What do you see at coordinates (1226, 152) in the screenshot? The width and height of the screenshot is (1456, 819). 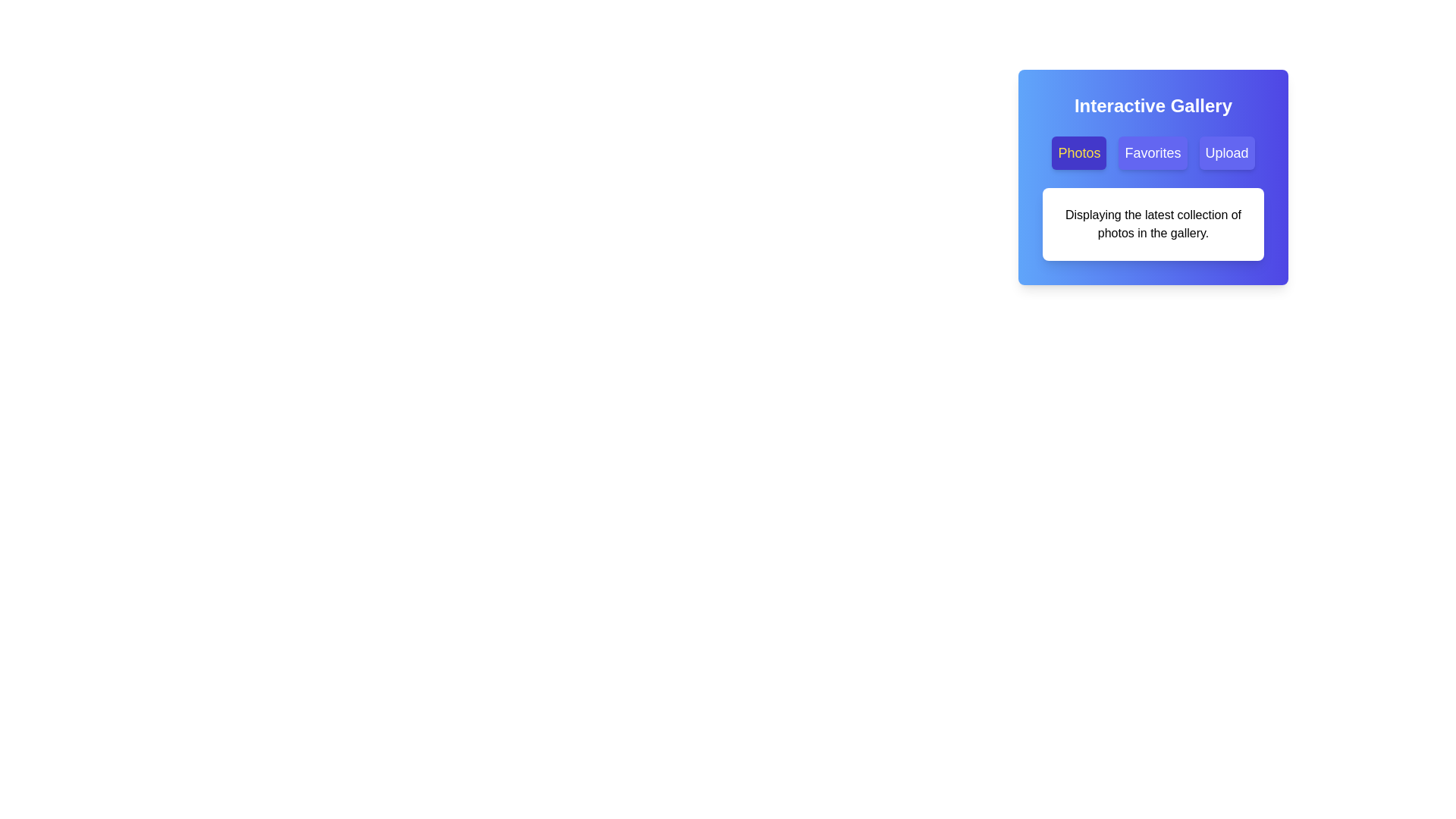 I see `the button` at bounding box center [1226, 152].